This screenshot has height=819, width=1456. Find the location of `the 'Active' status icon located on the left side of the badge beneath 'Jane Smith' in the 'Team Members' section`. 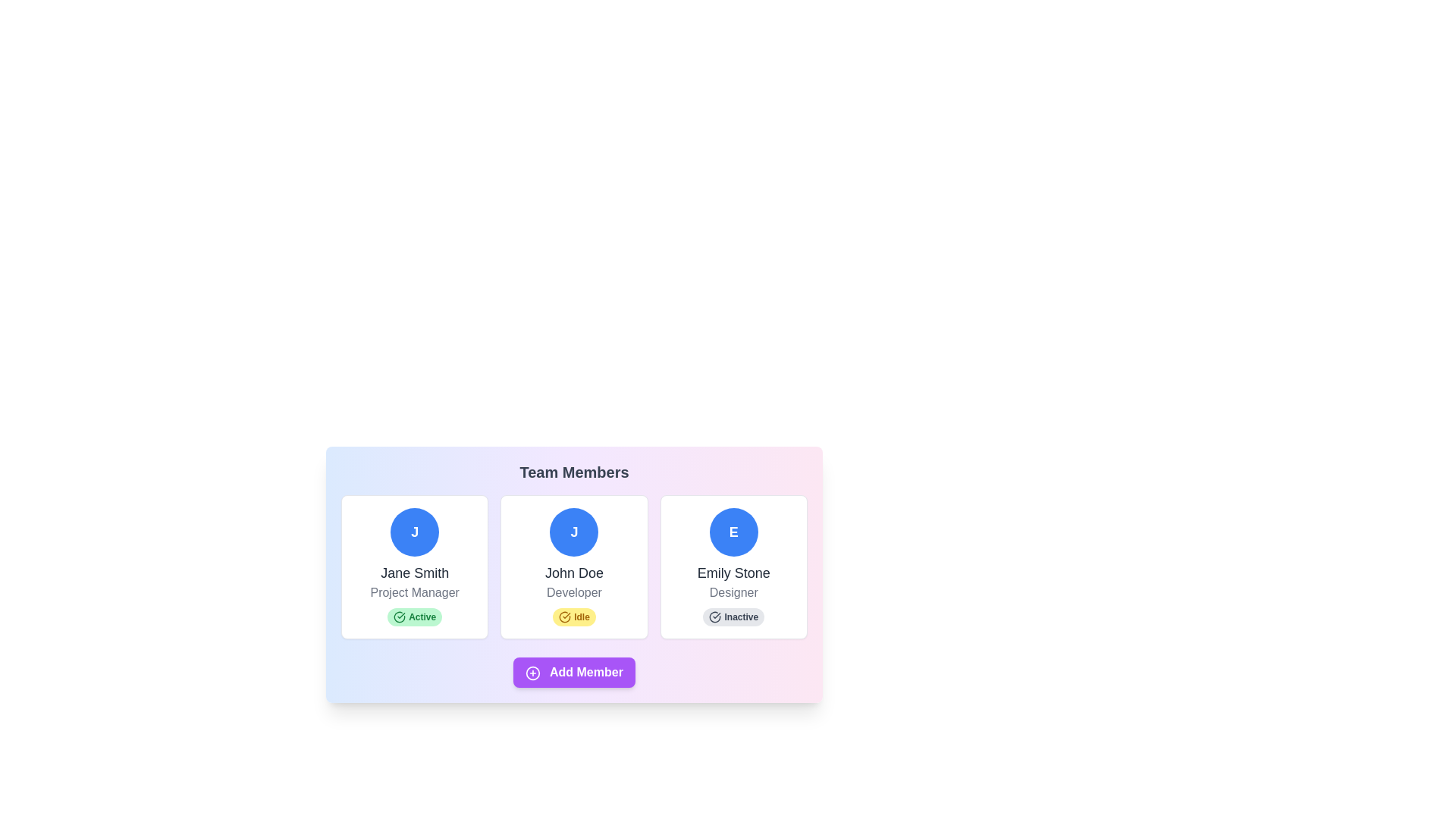

the 'Active' status icon located on the left side of the badge beneath 'Jane Smith' in the 'Team Members' section is located at coordinates (400, 617).